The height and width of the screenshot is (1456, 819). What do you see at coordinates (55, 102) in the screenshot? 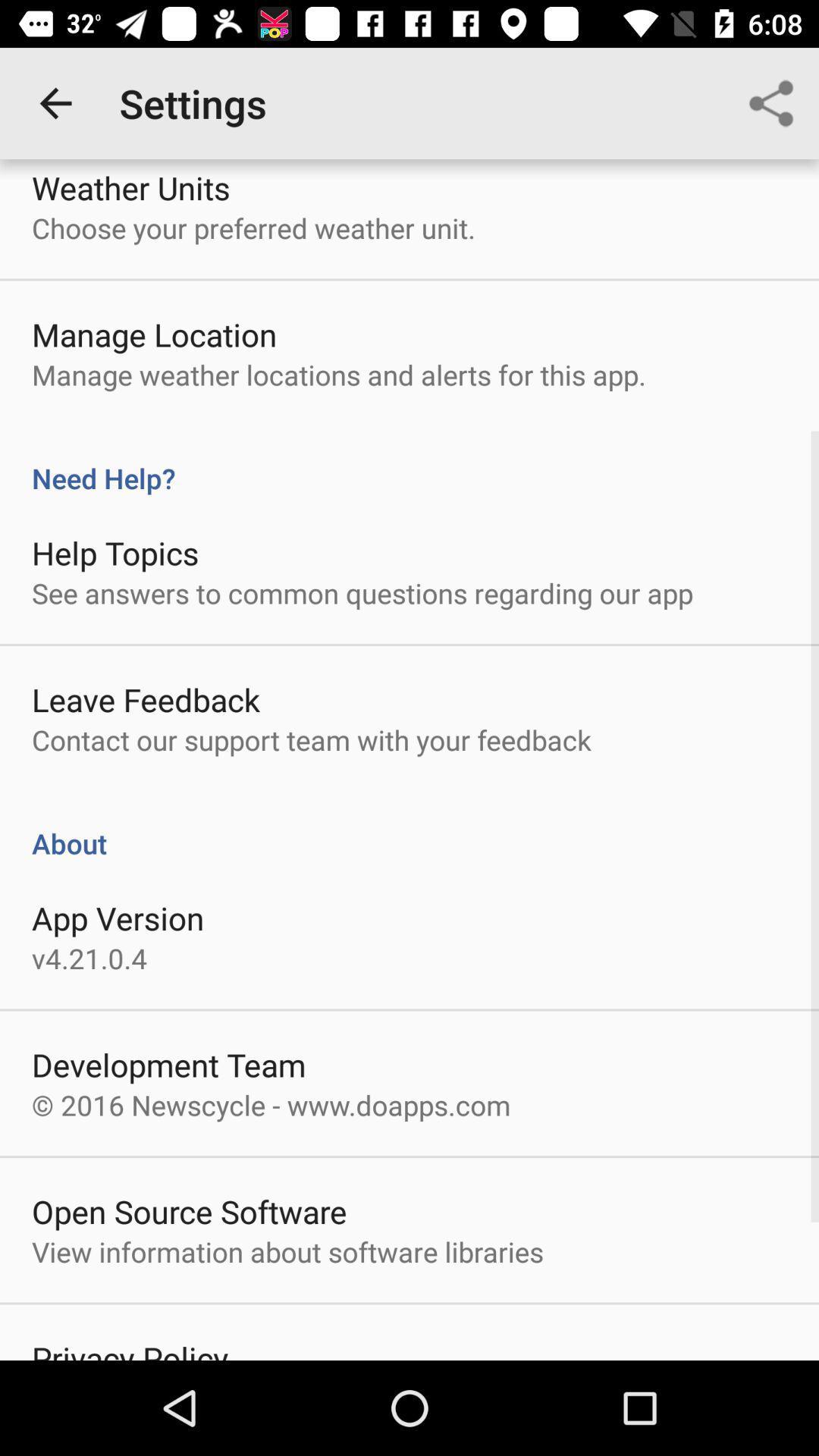
I see `icon above weather units` at bounding box center [55, 102].